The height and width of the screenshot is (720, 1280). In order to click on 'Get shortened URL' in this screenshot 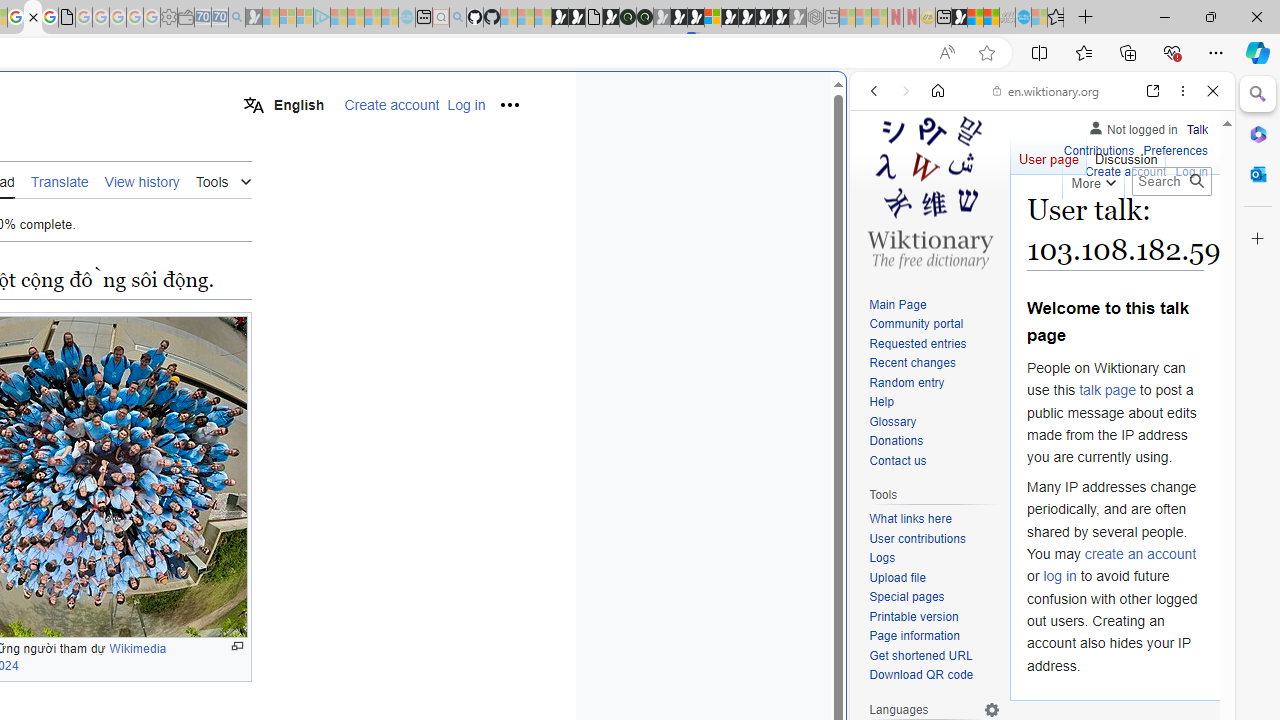, I will do `click(919, 655)`.